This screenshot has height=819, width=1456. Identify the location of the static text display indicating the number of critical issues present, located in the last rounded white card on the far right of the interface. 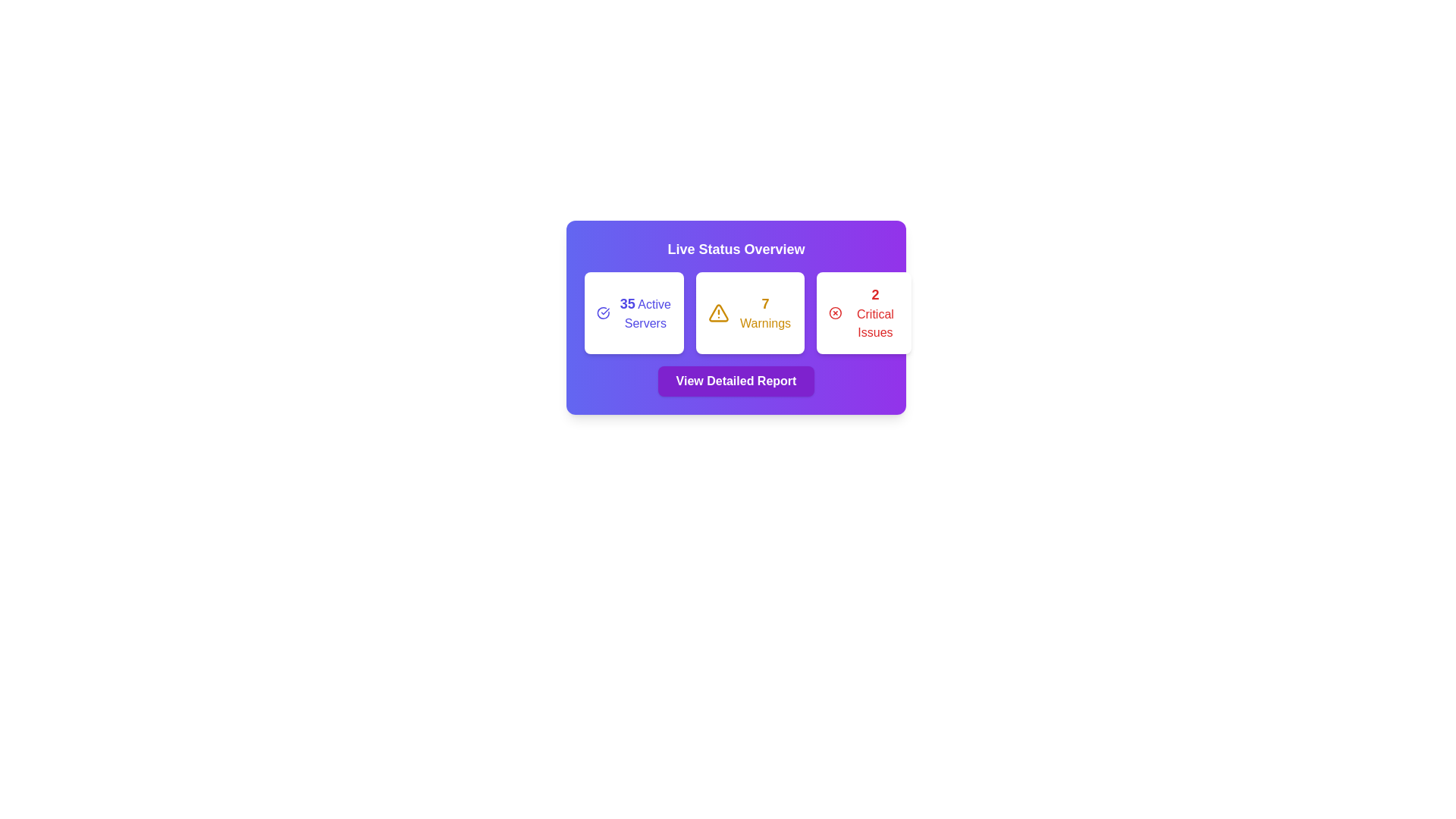
(875, 312).